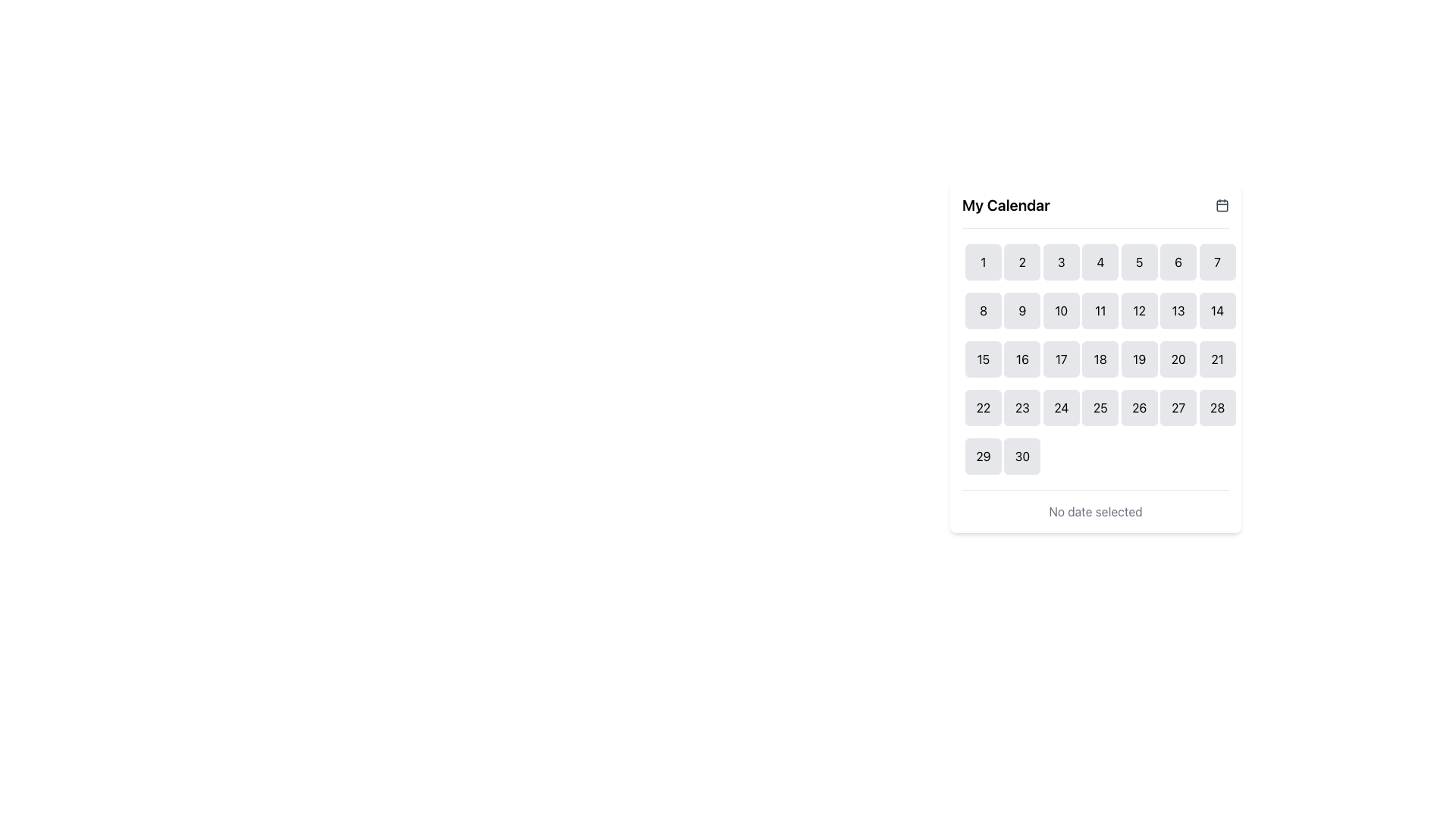  I want to click on the button representing the 12th day of the calendar displayed in the second row and fifth column, so click(1139, 309).